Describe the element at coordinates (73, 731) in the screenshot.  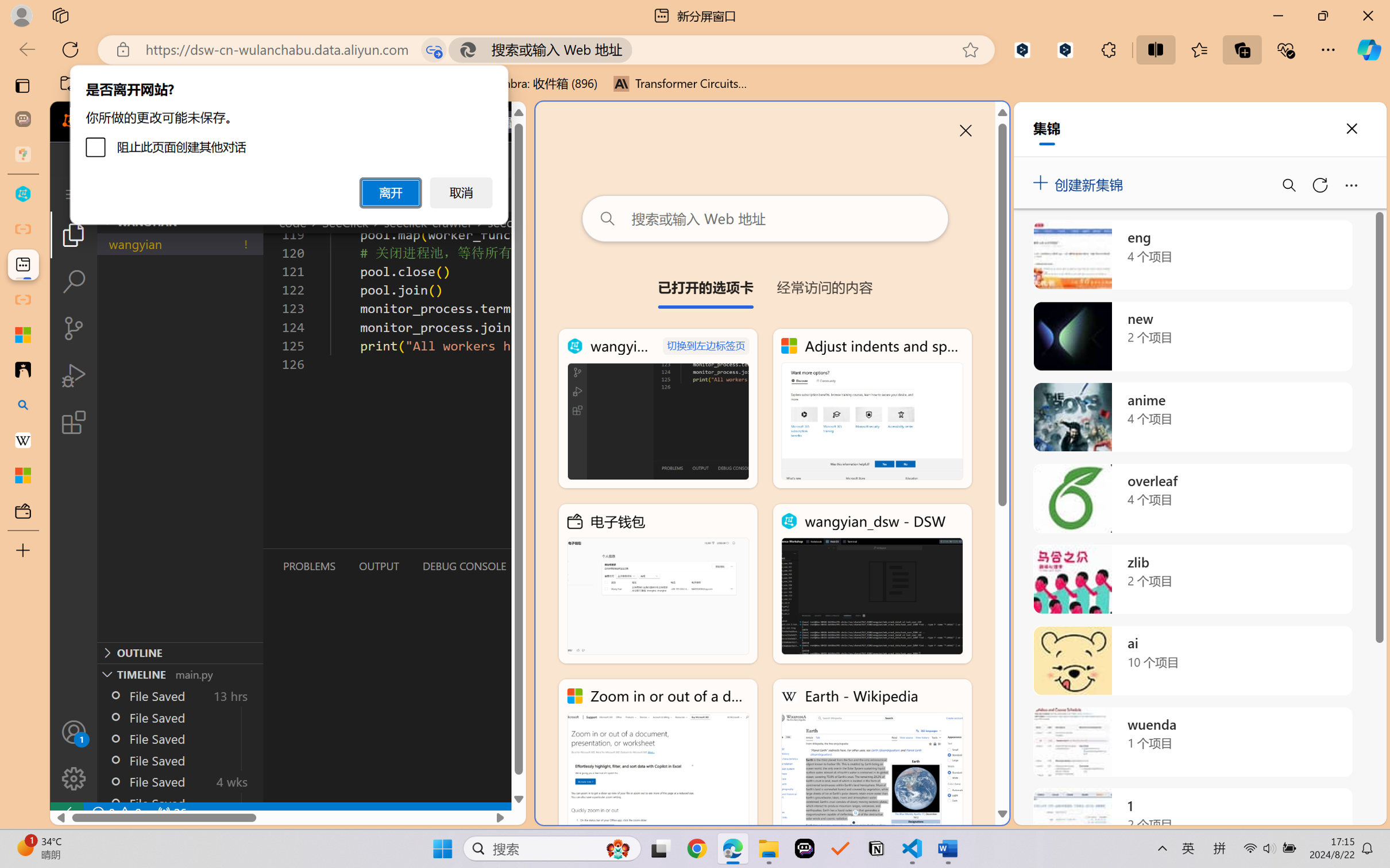
I see `'Accounts - Sign in requested'` at that location.